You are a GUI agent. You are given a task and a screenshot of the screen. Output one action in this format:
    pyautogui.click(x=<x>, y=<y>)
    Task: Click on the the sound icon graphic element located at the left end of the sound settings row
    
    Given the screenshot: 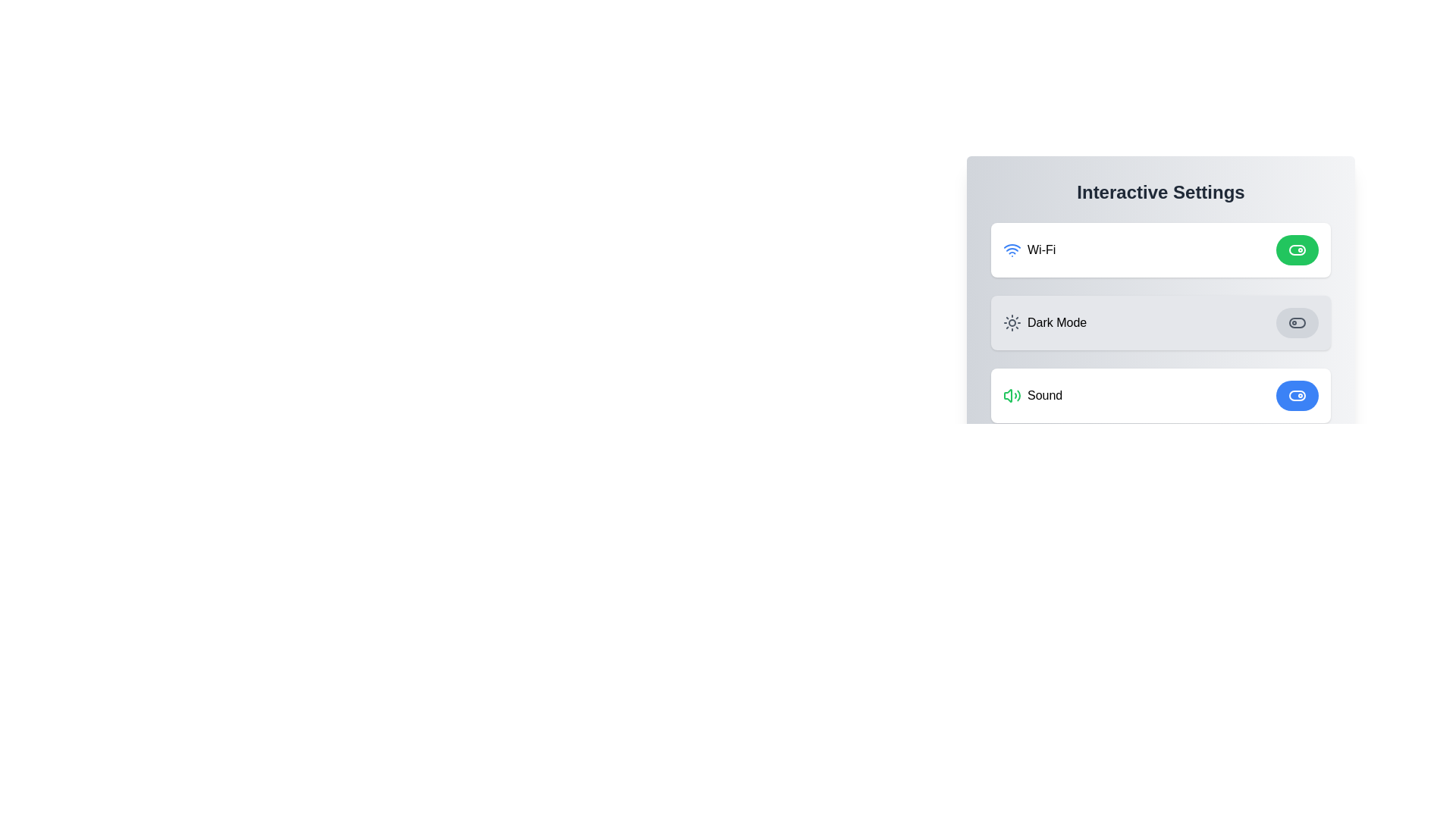 What is the action you would take?
    pyautogui.click(x=1008, y=394)
    